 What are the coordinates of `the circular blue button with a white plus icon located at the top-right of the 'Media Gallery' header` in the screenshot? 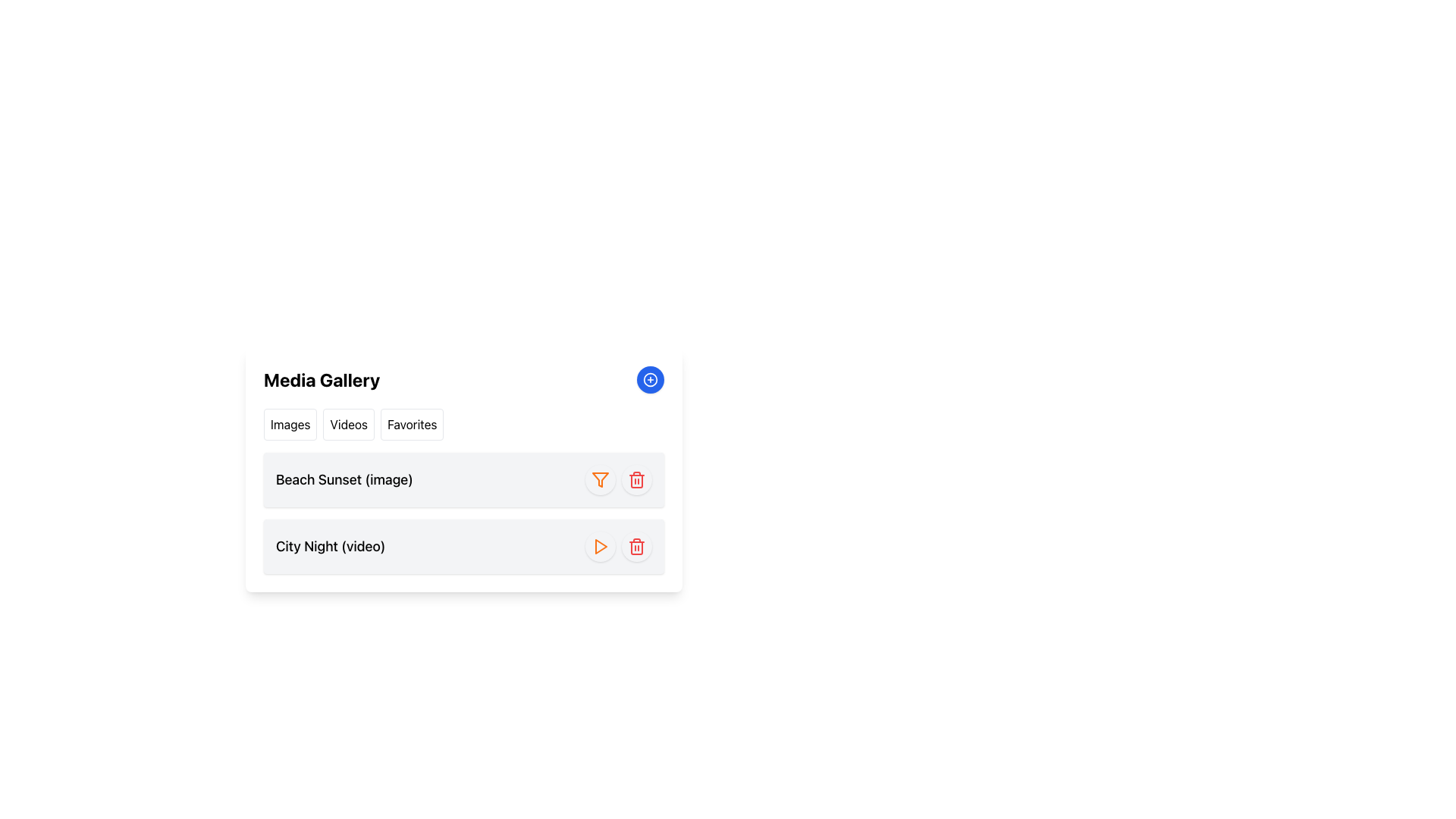 It's located at (651, 379).